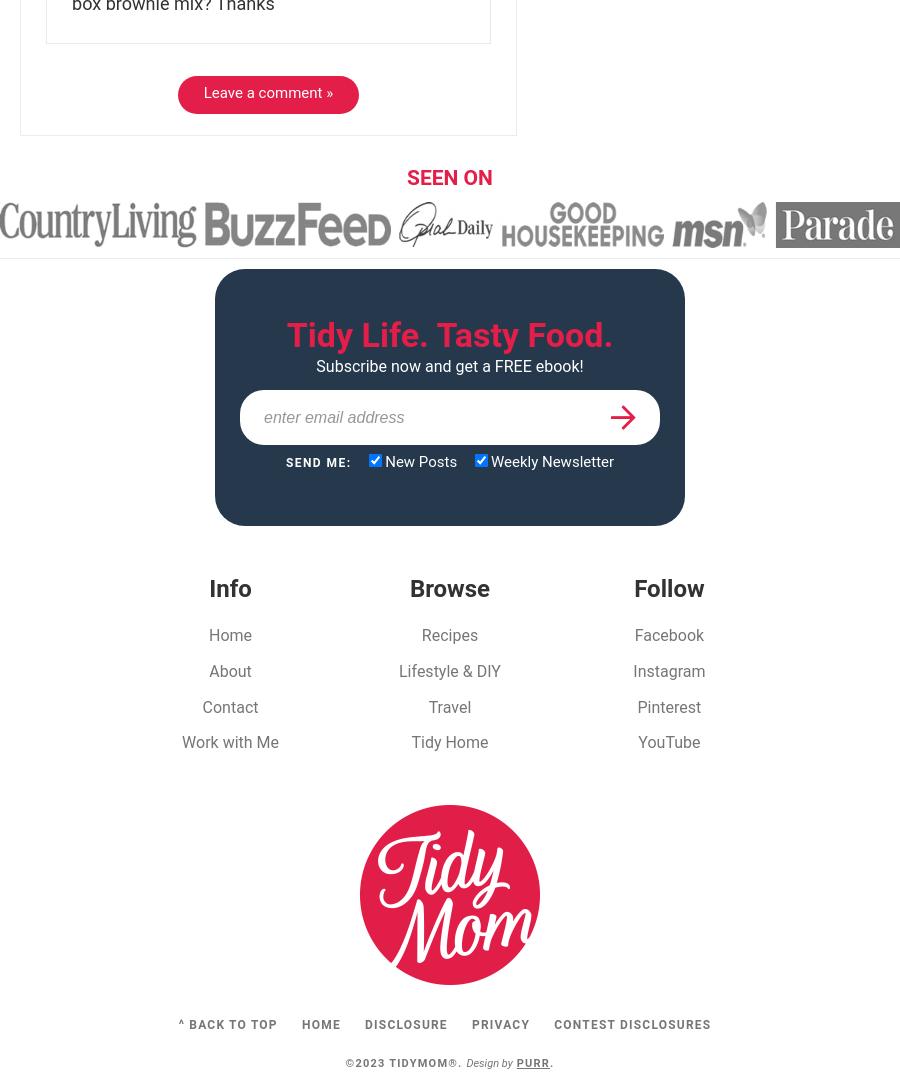 The image size is (900, 1072). I want to click on 'Contact', so click(201, 705).